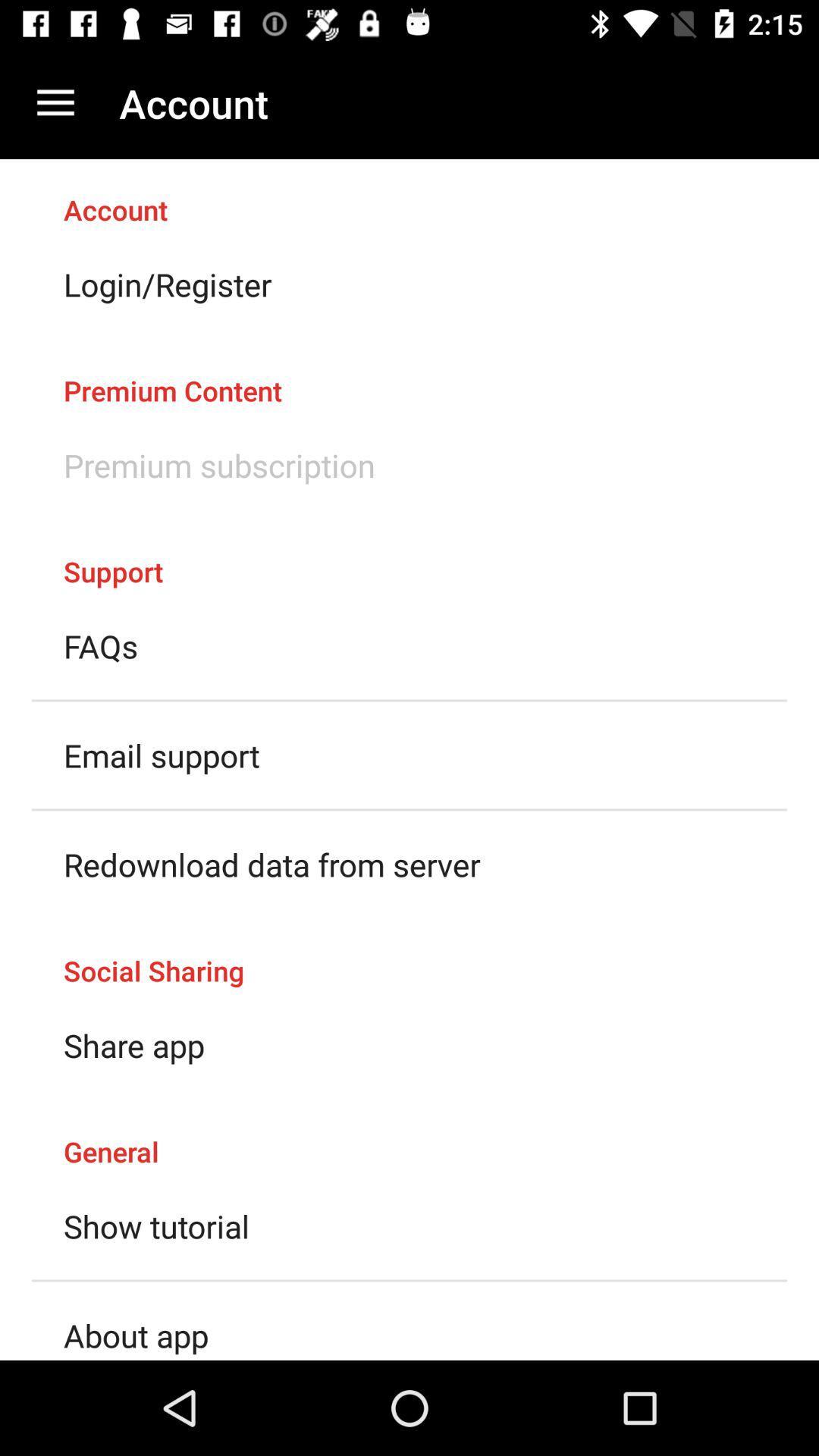  I want to click on the icon next to account, so click(55, 102).